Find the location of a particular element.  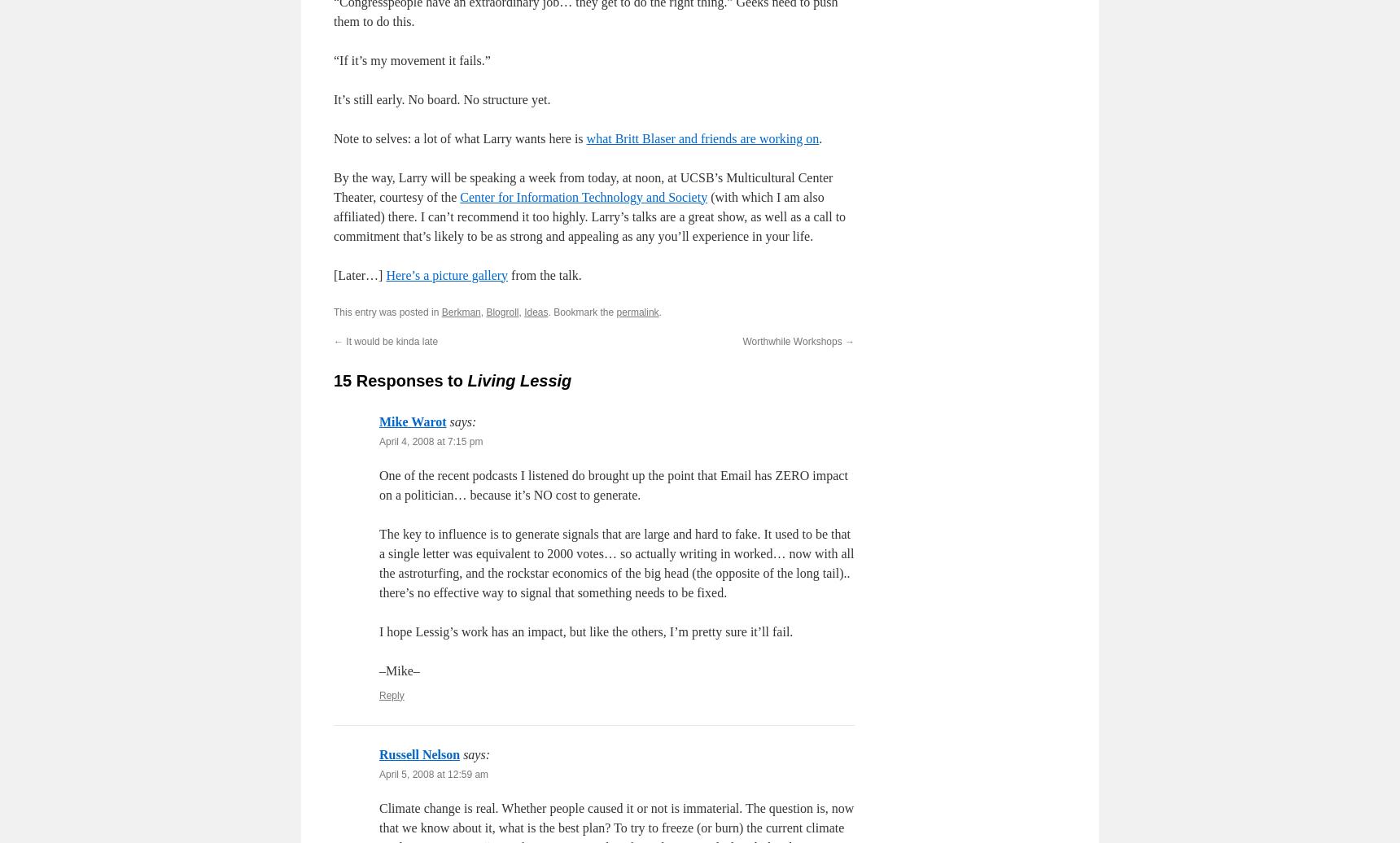

'Blogroll' is located at coordinates (485, 312).